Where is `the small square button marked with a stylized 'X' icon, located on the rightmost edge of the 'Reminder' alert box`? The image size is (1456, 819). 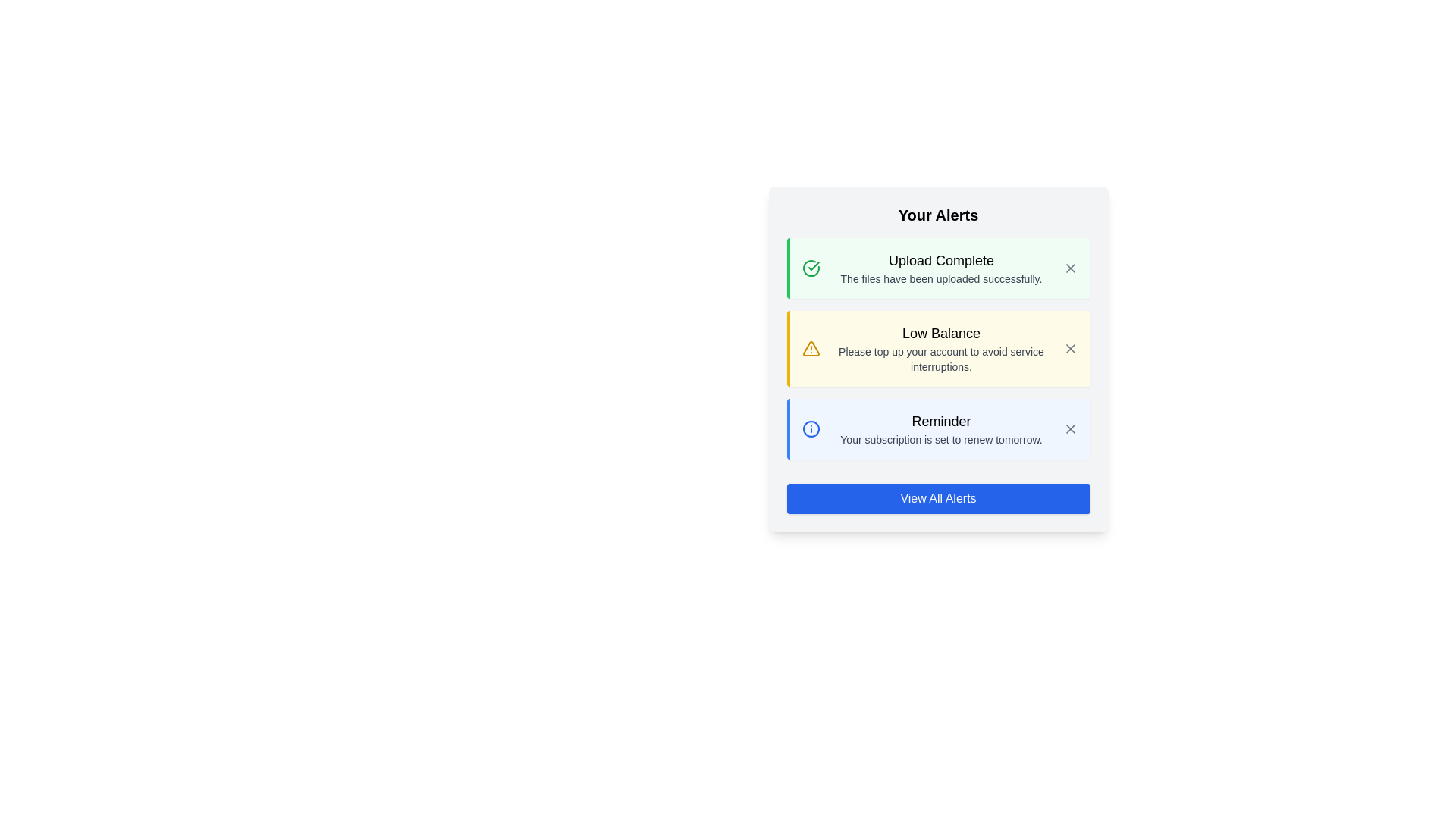 the small square button marked with a stylized 'X' icon, located on the rightmost edge of the 'Reminder' alert box is located at coordinates (1069, 429).